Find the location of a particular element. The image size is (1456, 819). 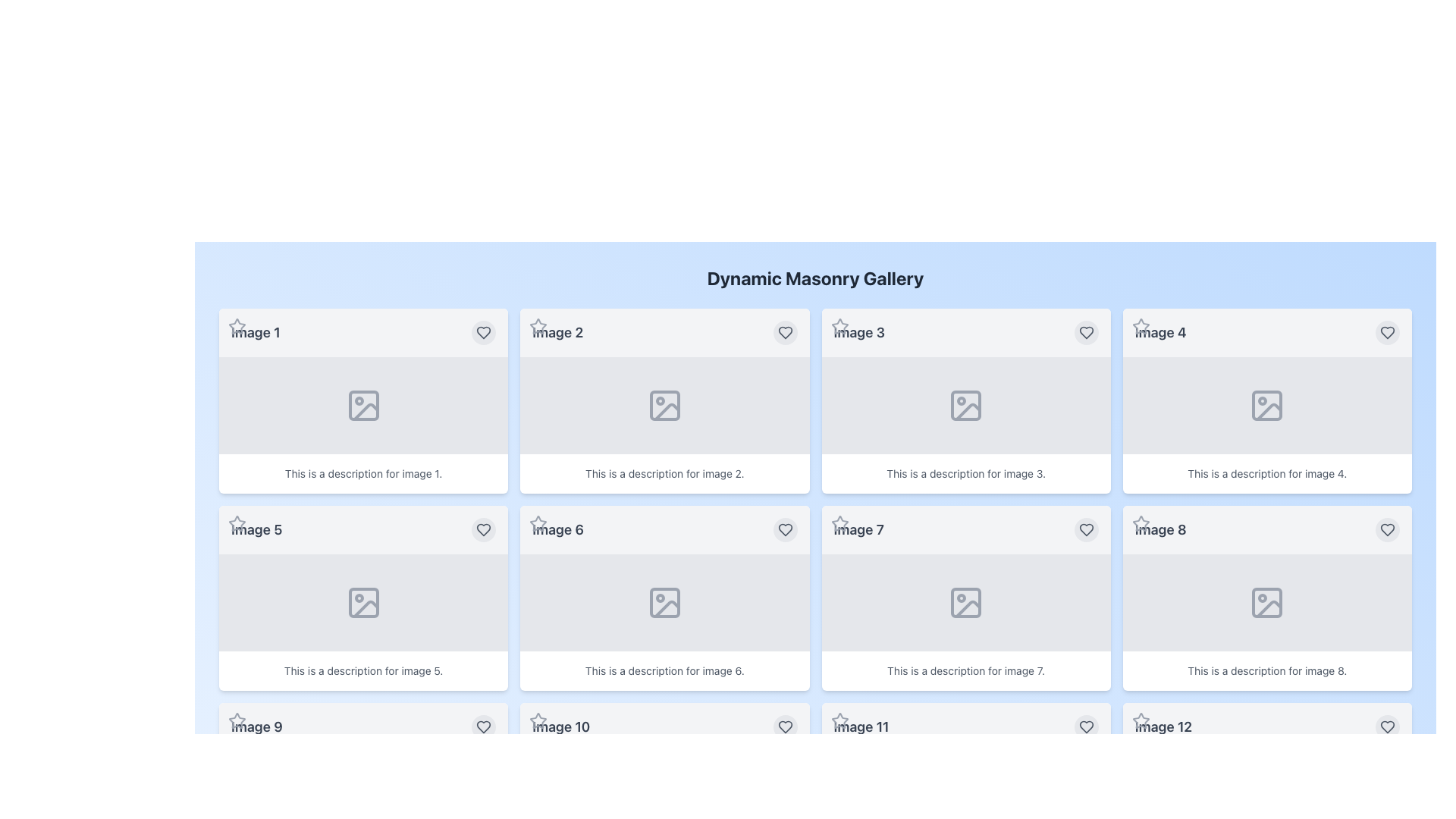

the text block element displaying 'This is a description for image 5.' located at the bottom of the card labeled 'Image 5' is located at coordinates (362, 670).